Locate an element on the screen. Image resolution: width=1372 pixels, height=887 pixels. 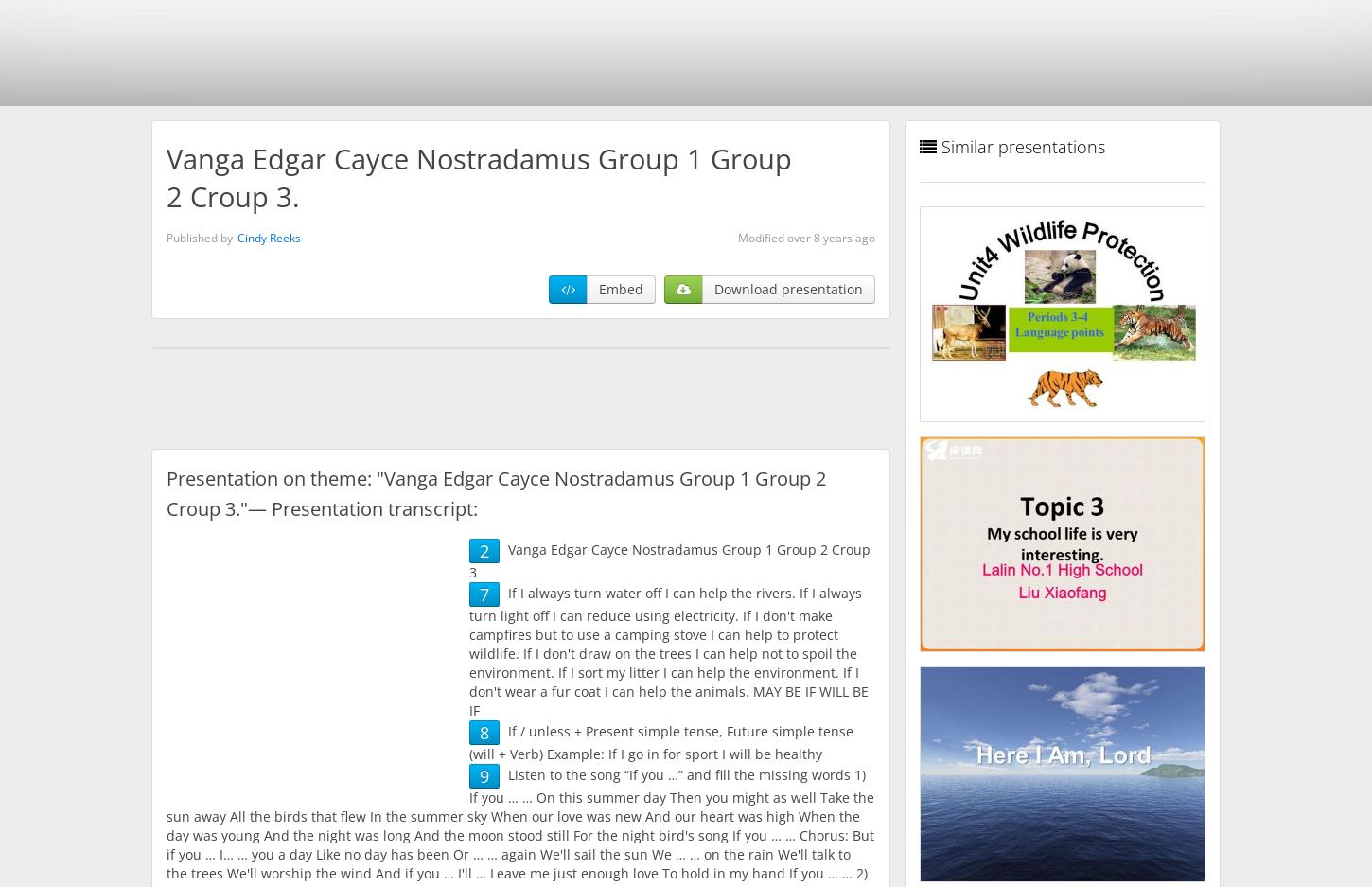
'9' is located at coordinates (480, 774).